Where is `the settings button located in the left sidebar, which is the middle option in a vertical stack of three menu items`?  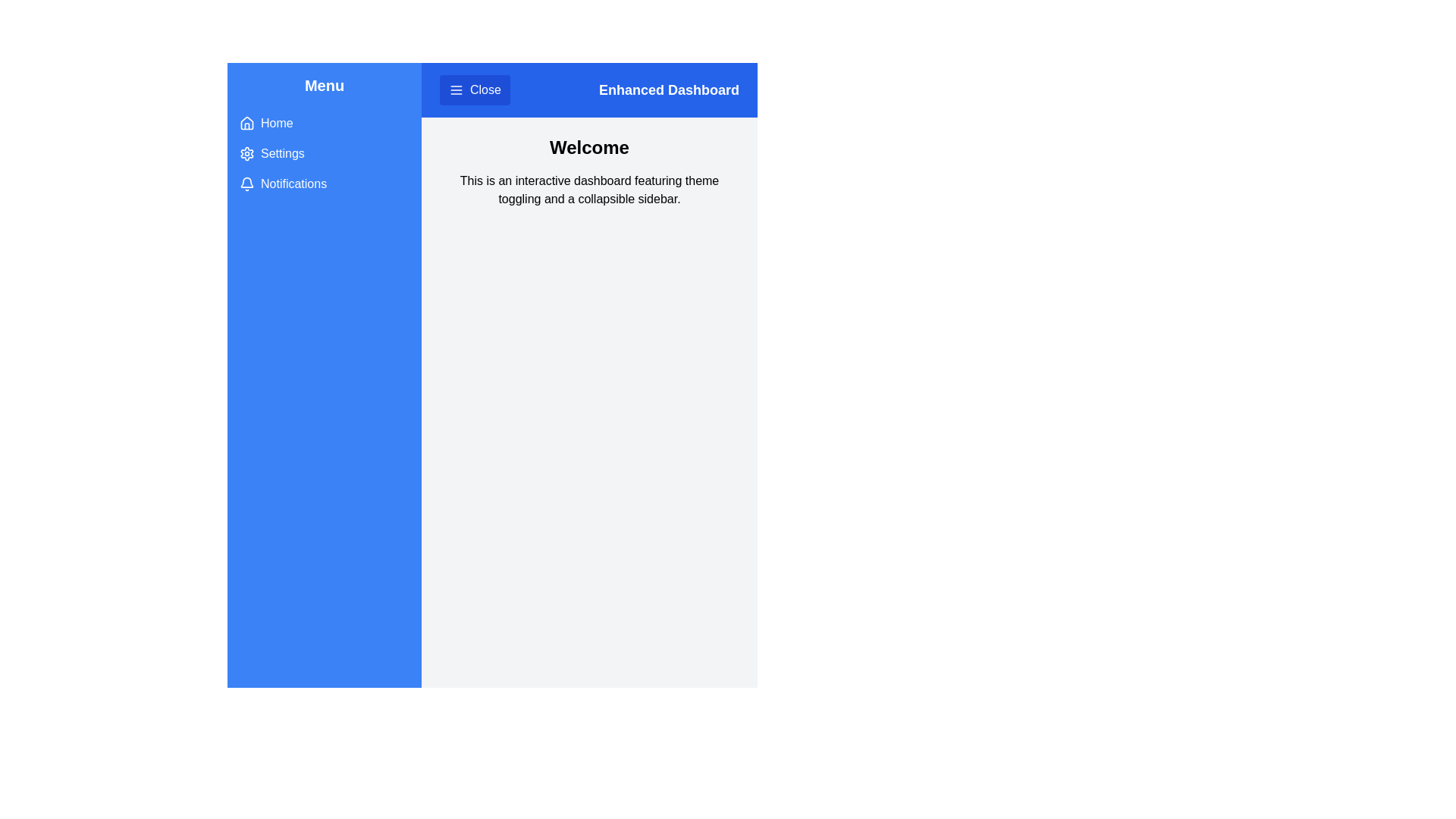 the settings button located in the left sidebar, which is the middle option in a vertical stack of three menu items is located at coordinates (323, 154).